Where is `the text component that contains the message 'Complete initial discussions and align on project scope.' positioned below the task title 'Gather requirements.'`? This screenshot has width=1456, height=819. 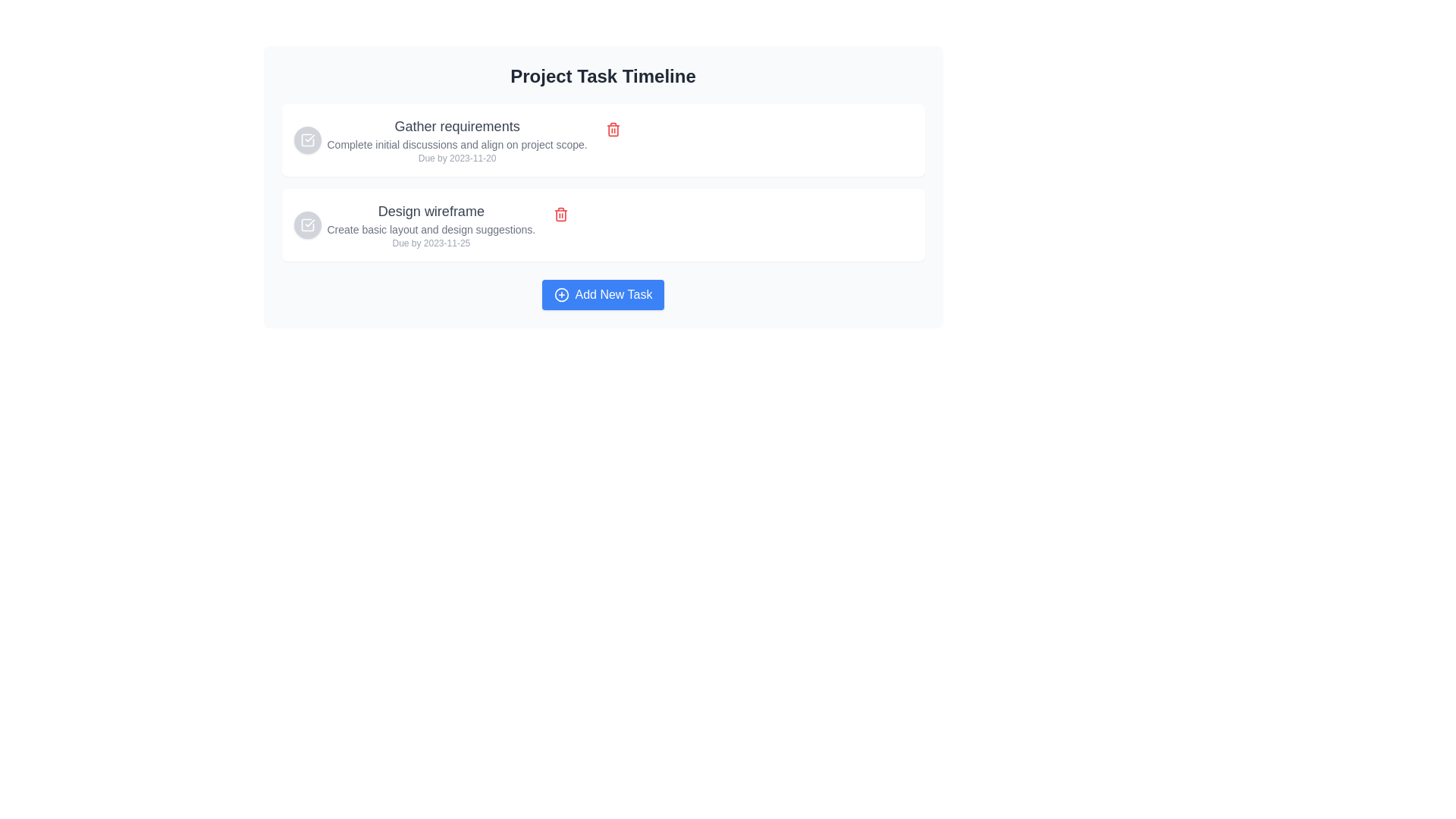 the text component that contains the message 'Complete initial discussions and align on project scope.' positioned below the task title 'Gather requirements.' is located at coordinates (457, 145).